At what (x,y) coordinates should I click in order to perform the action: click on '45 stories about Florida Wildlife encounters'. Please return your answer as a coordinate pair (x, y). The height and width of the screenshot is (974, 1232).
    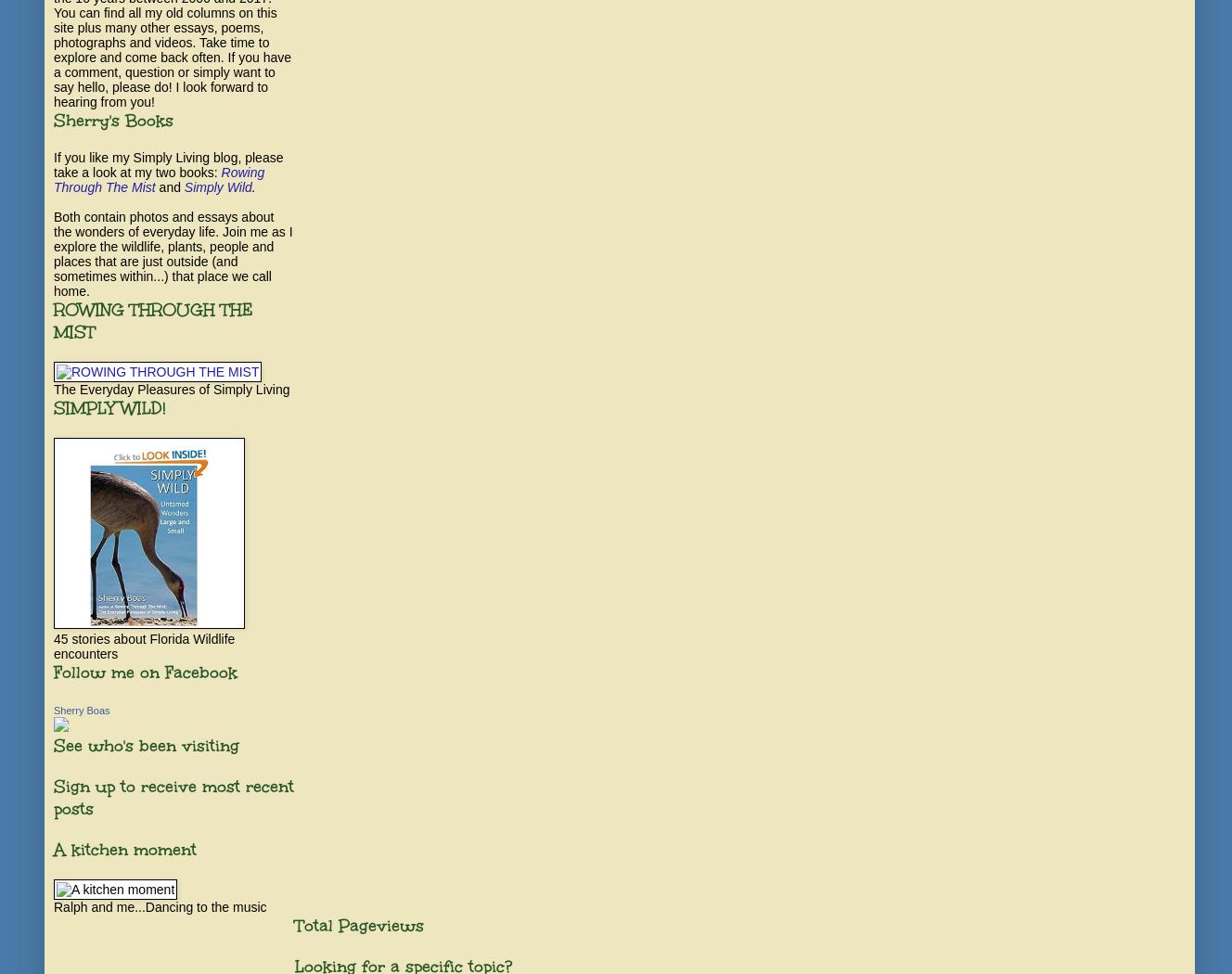
    Looking at the image, I should click on (54, 646).